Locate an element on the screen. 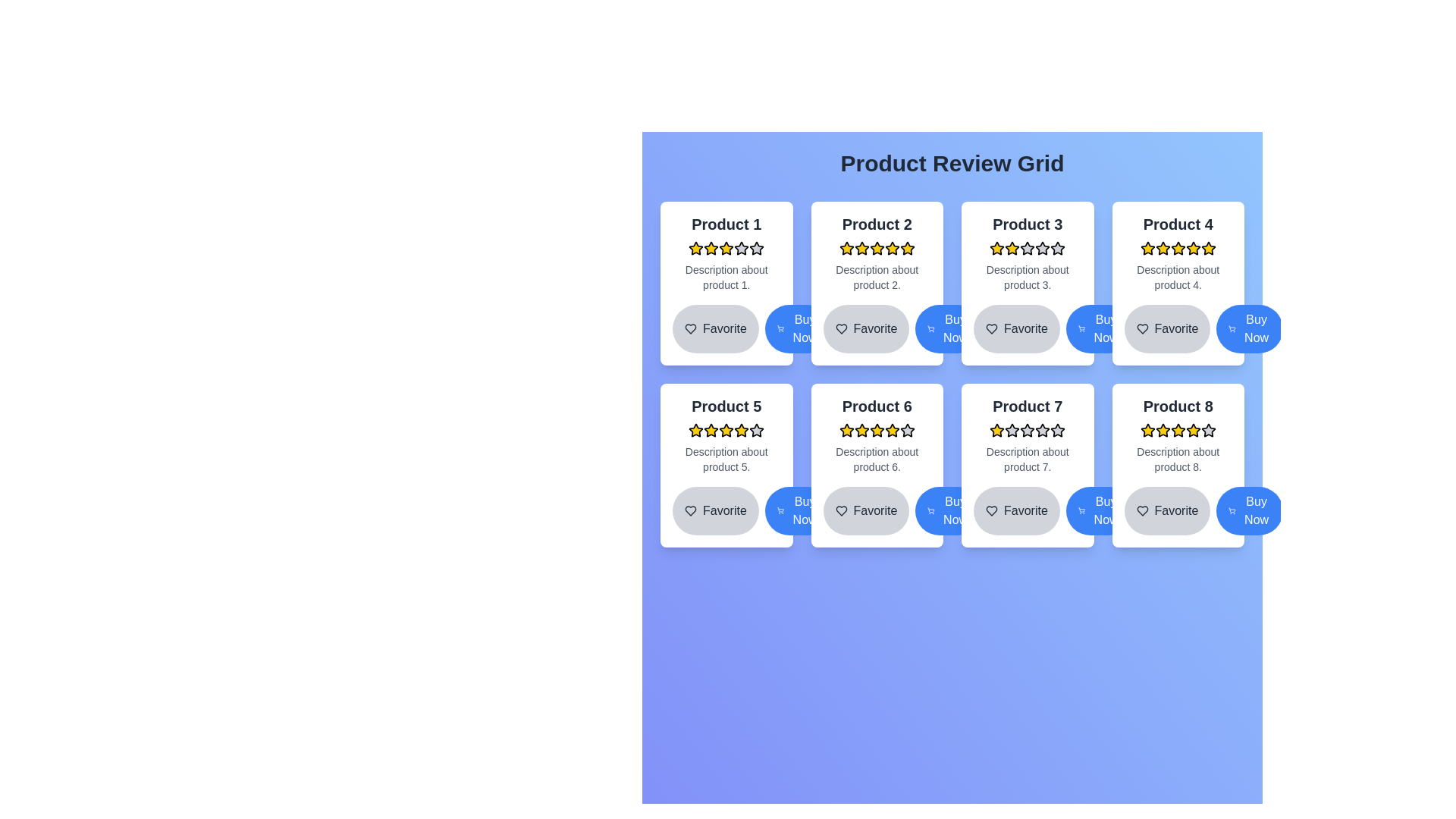 The image size is (1456, 819). the yellow star icon, which is the third star in the rating system for 'Product 5', to interact with the rating system is located at coordinates (711, 430).